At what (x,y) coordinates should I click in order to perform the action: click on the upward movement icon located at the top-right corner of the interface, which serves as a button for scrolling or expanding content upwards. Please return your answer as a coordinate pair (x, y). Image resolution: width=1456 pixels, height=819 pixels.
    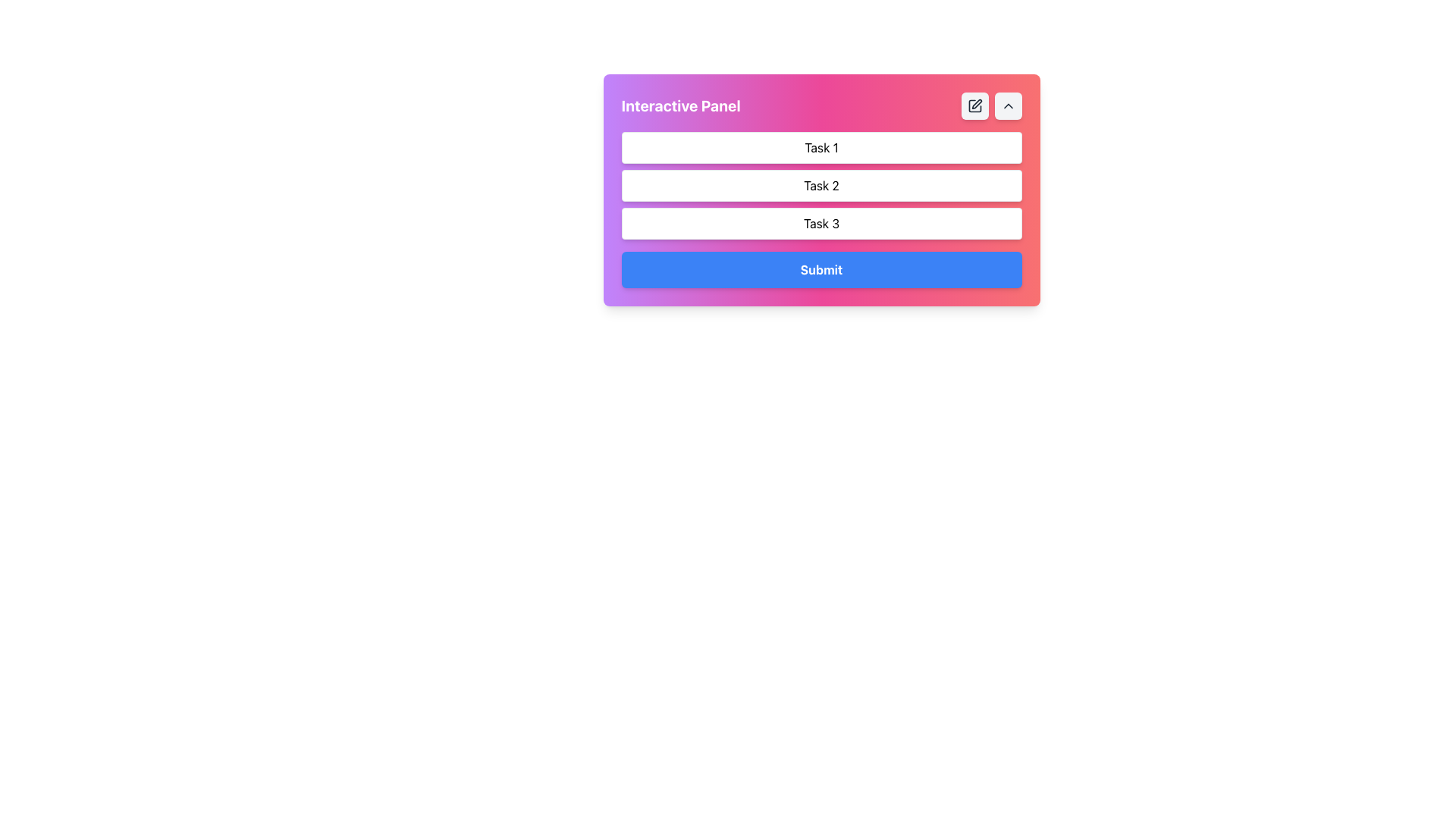
    Looking at the image, I should click on (1008, 105).